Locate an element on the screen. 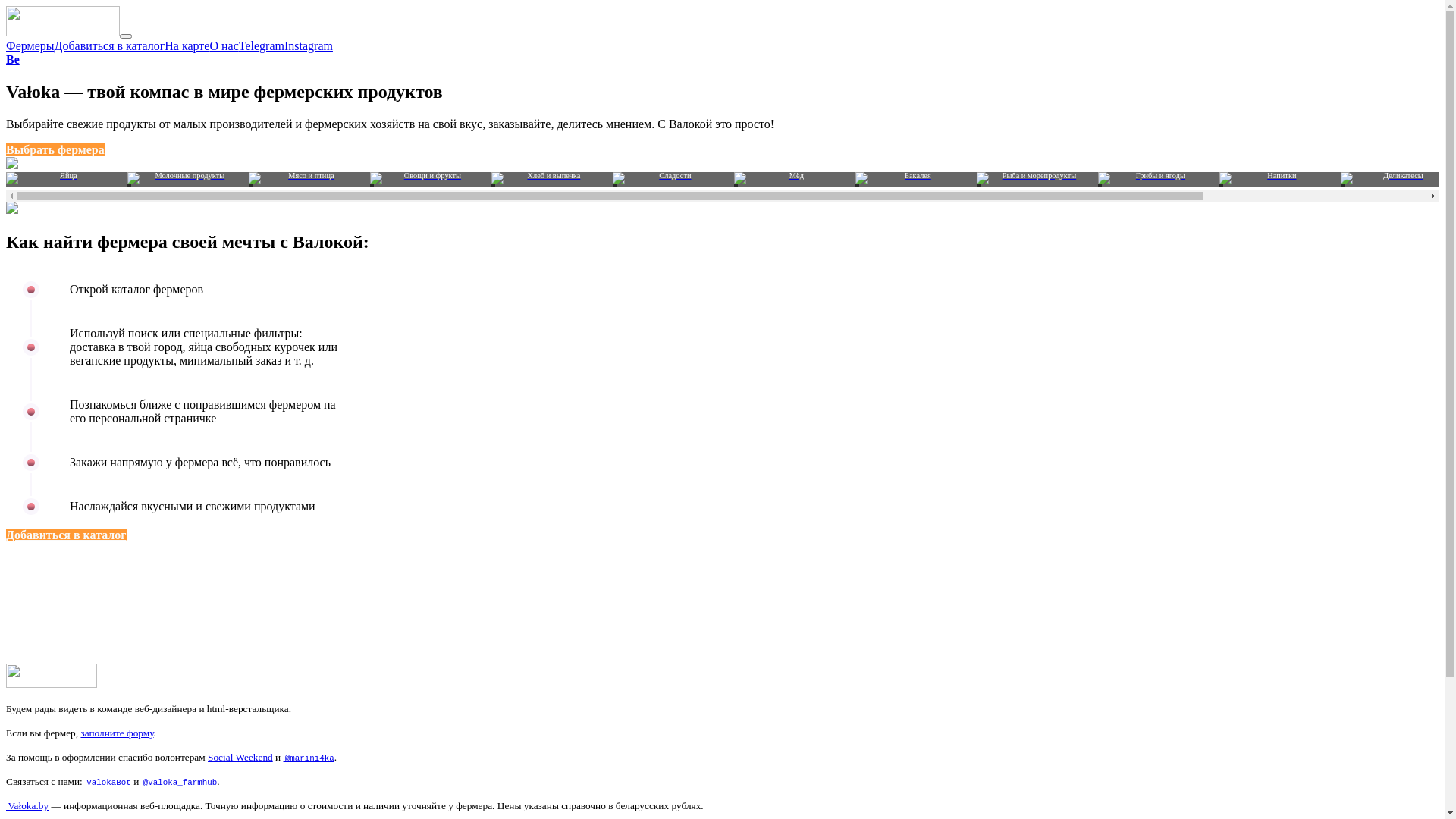 This screenshot has width=1456, height=819. '@valoka_farmhub' is located at coordinates (142, 781).